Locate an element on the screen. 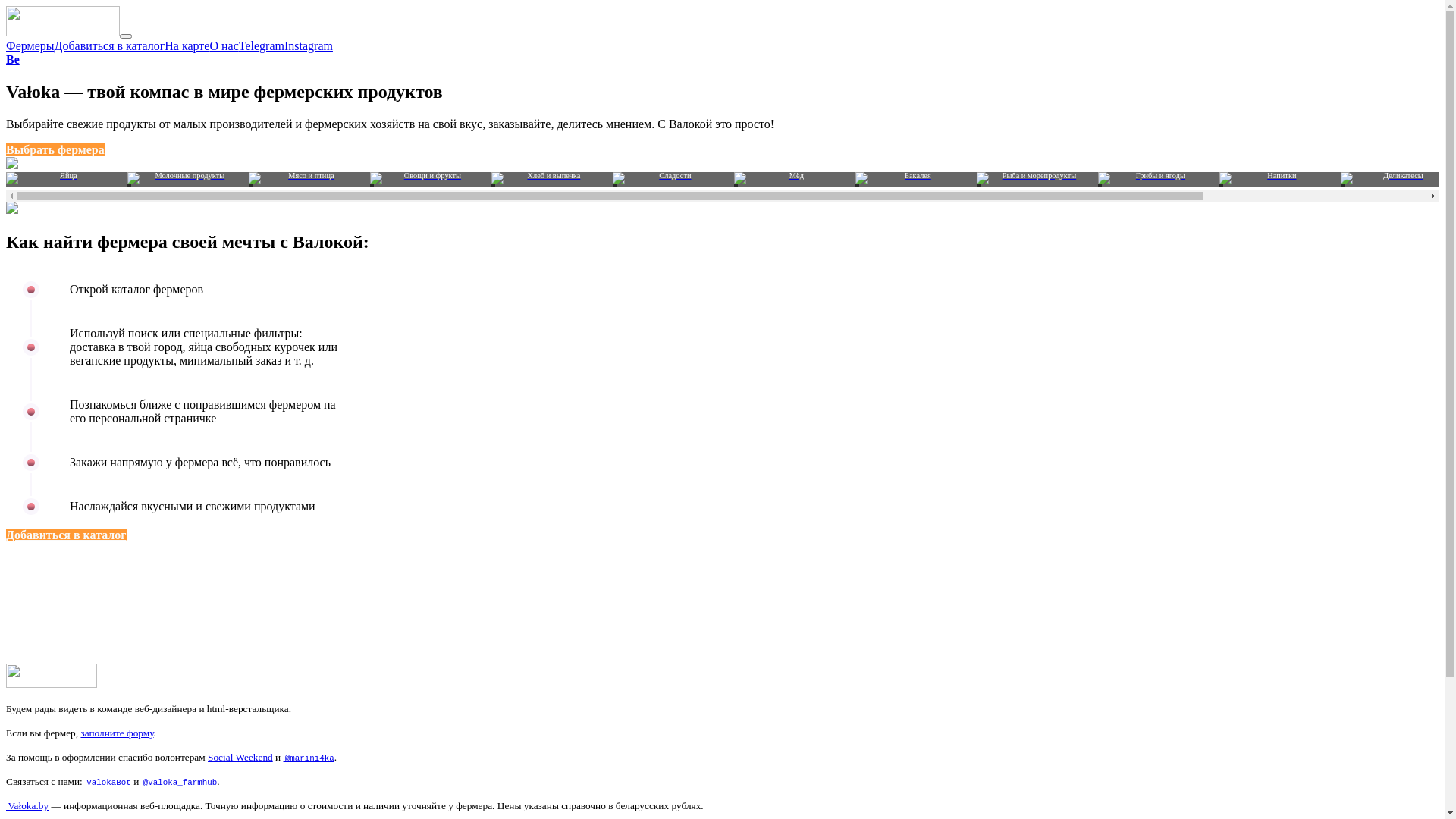 This screenshot has width=1456, height=819. '@valoka_farmhub' is located at coordinates (142, 781).